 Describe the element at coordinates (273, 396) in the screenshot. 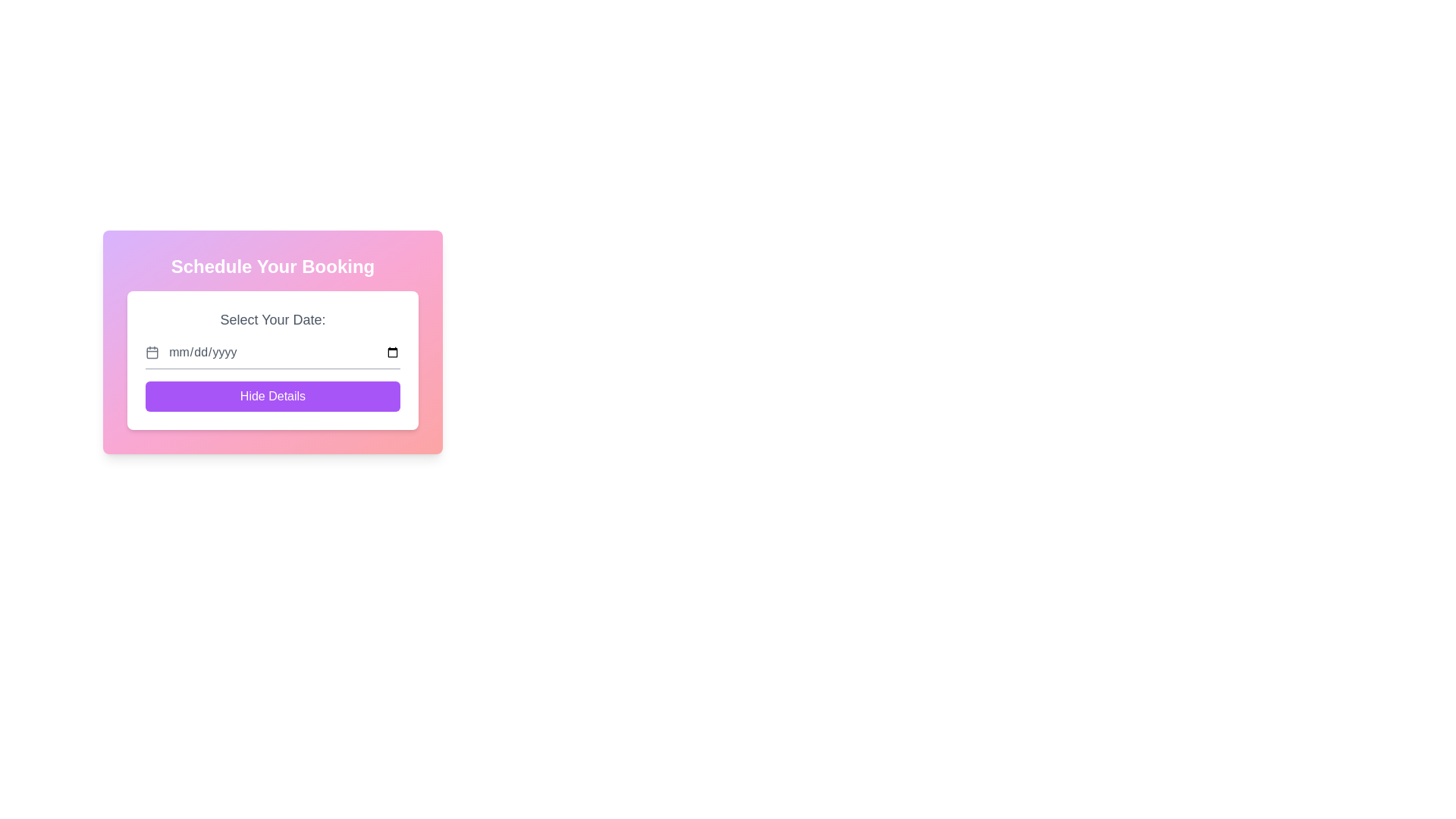

I see `the button located at the bottom of a white, rounded, shadowed box containing booking information` at that location.